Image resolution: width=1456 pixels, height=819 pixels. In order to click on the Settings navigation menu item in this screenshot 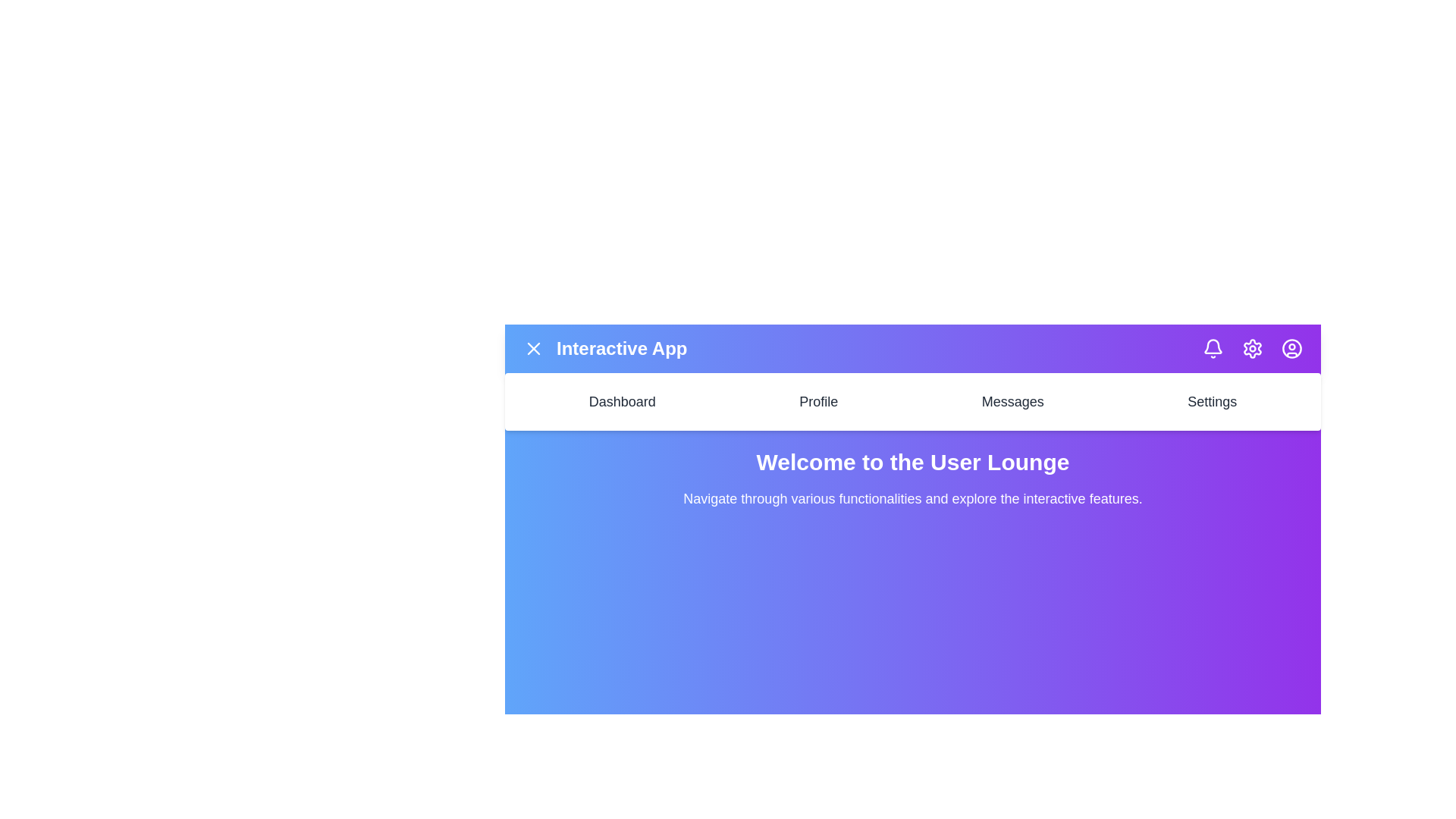, I will do `click(1211, 400)`.